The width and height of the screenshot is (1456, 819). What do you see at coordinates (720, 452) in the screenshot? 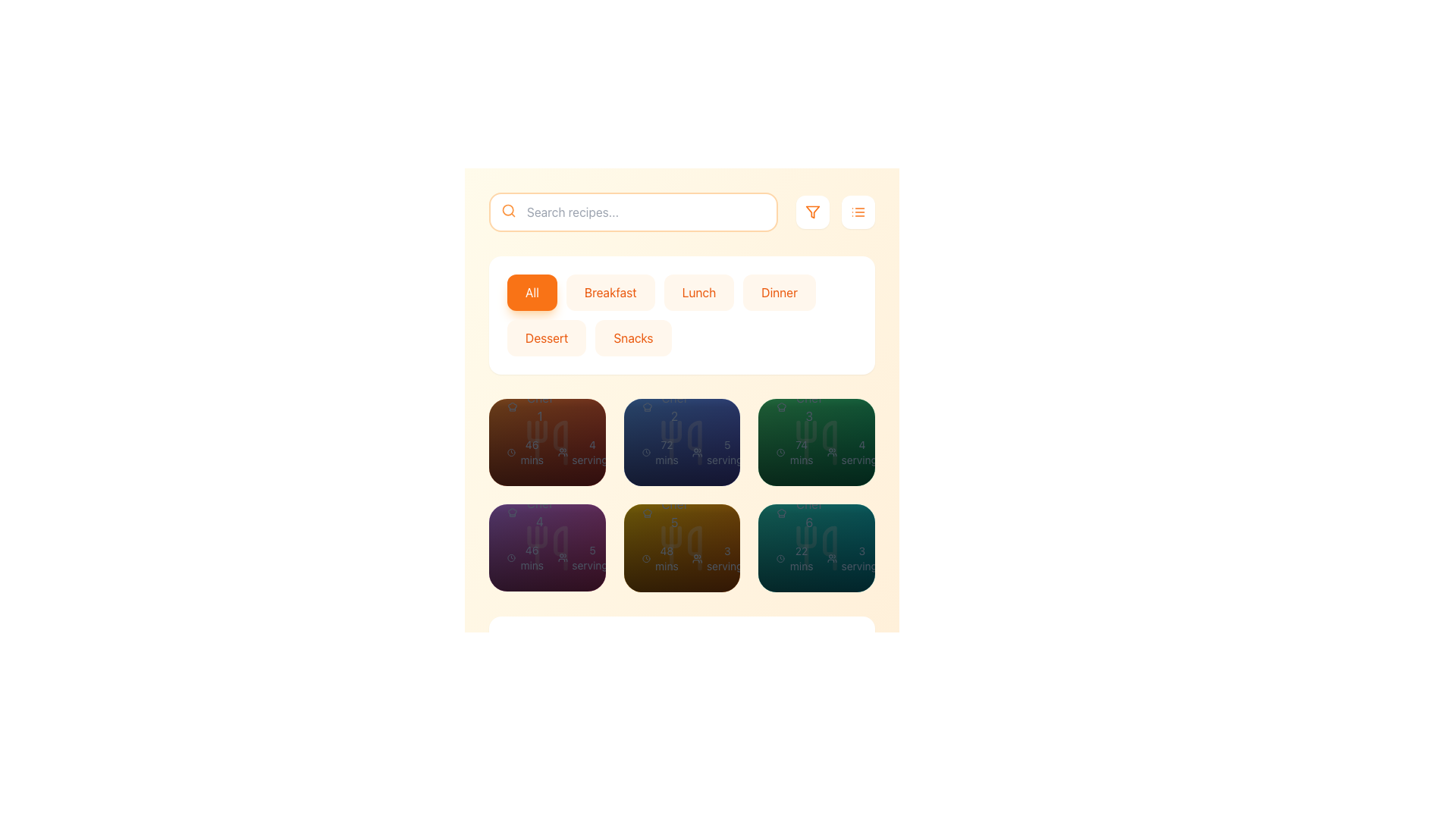
I see `the text element displaying '5 servings' with an accompanying icon of users, located in the third card of the second row in a grid layout` at bounding box center [720, 452].